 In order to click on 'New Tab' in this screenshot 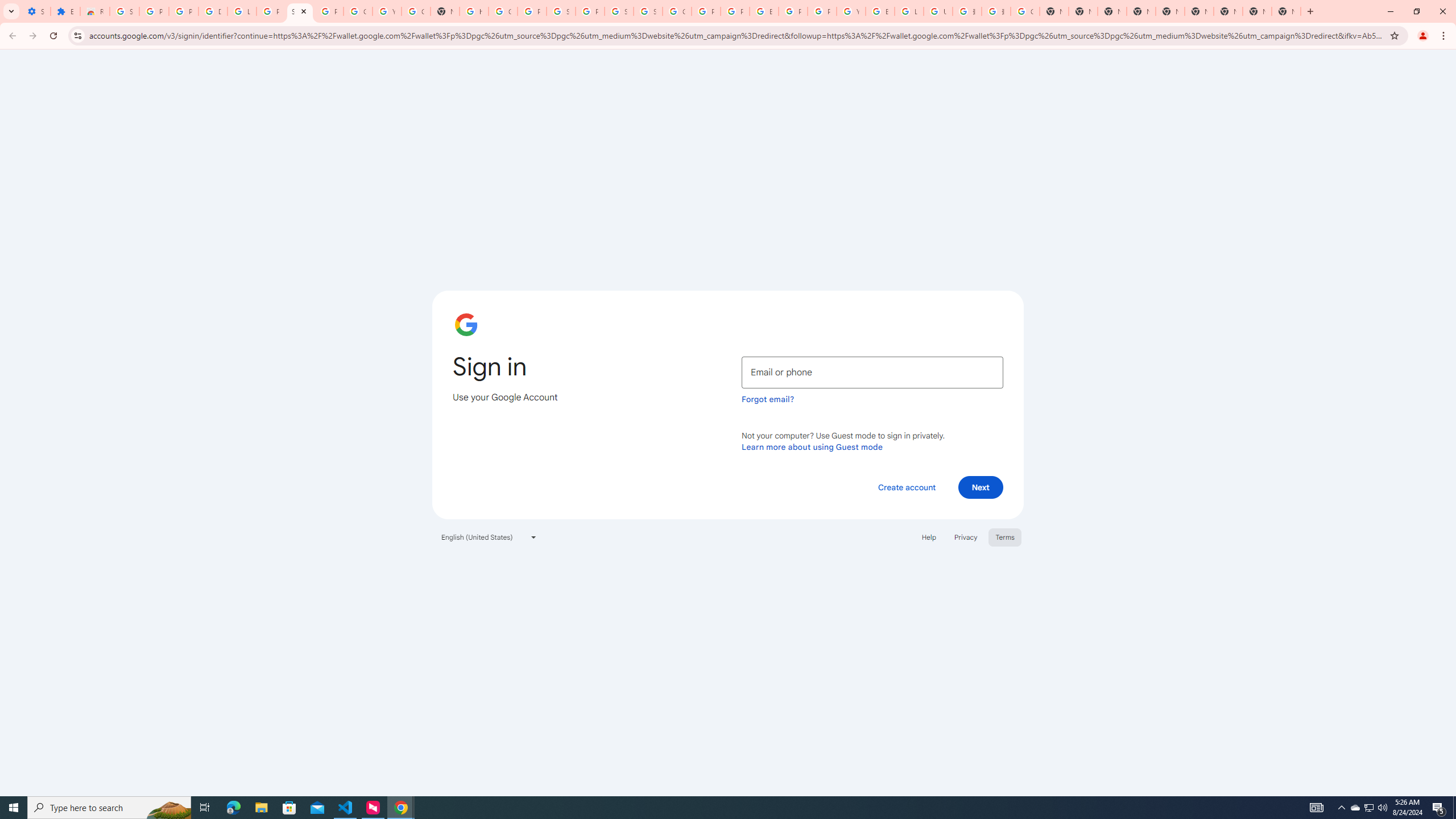, I will do `click(1228, 11)`.